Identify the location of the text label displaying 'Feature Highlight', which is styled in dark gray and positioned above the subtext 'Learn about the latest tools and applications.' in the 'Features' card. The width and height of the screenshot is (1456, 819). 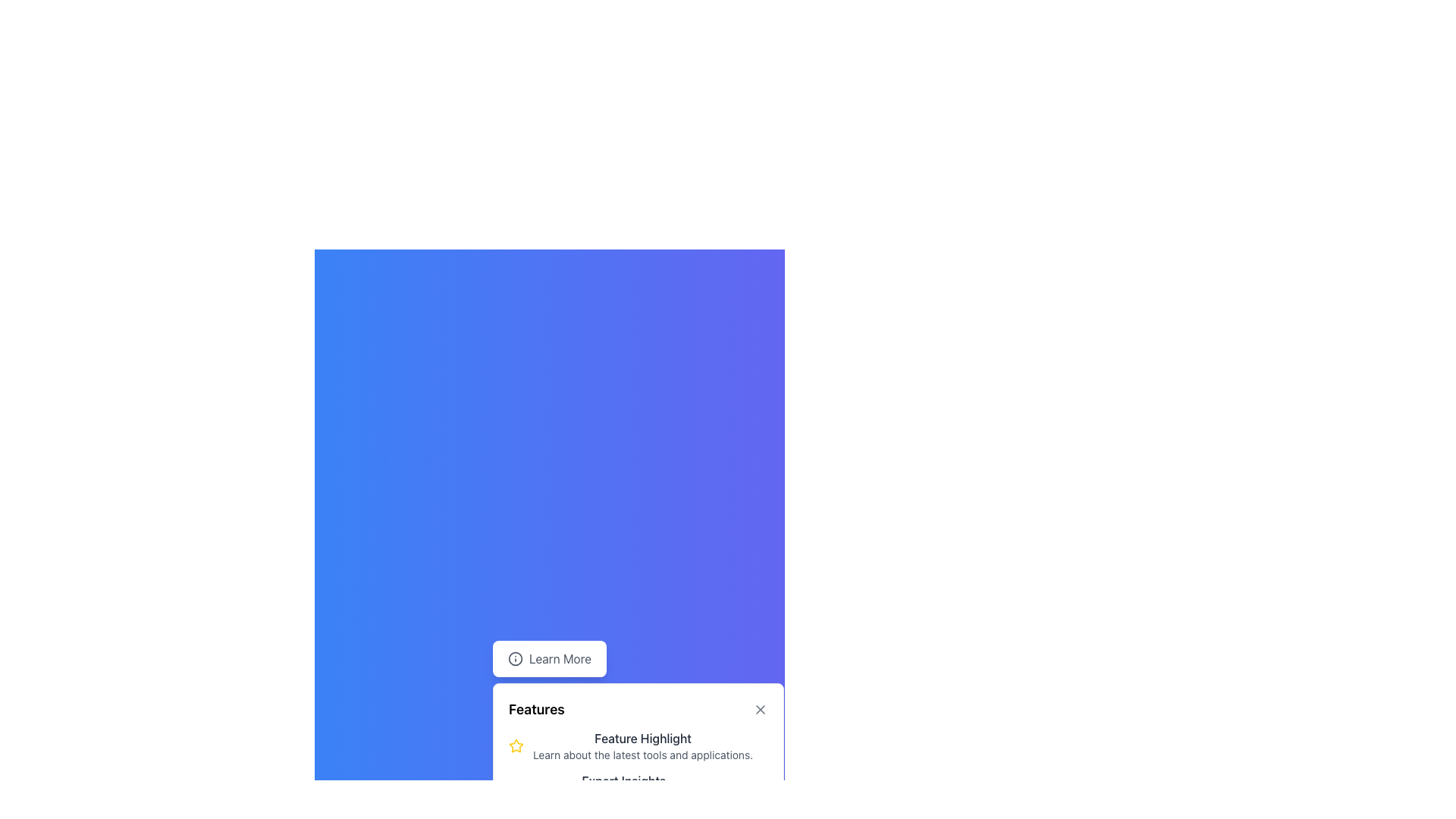
(643, 738).